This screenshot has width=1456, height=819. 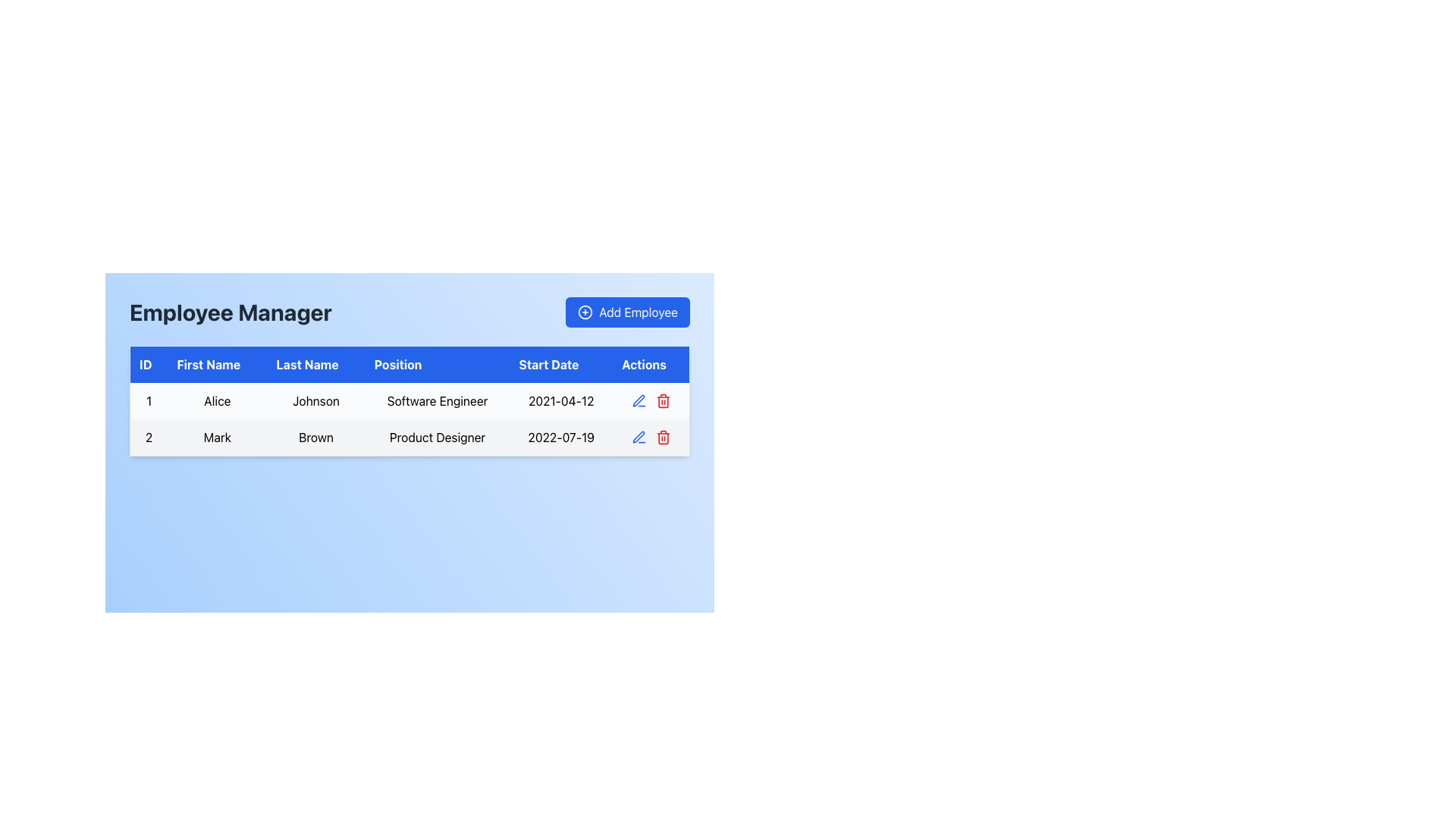 What do you see at coordinates (663, 438) in the screenshot?
I see `the red trash bin icon button in the 'Actions' column of the second row in the 'Employee Manager' table` at bounding box center [663, 438].